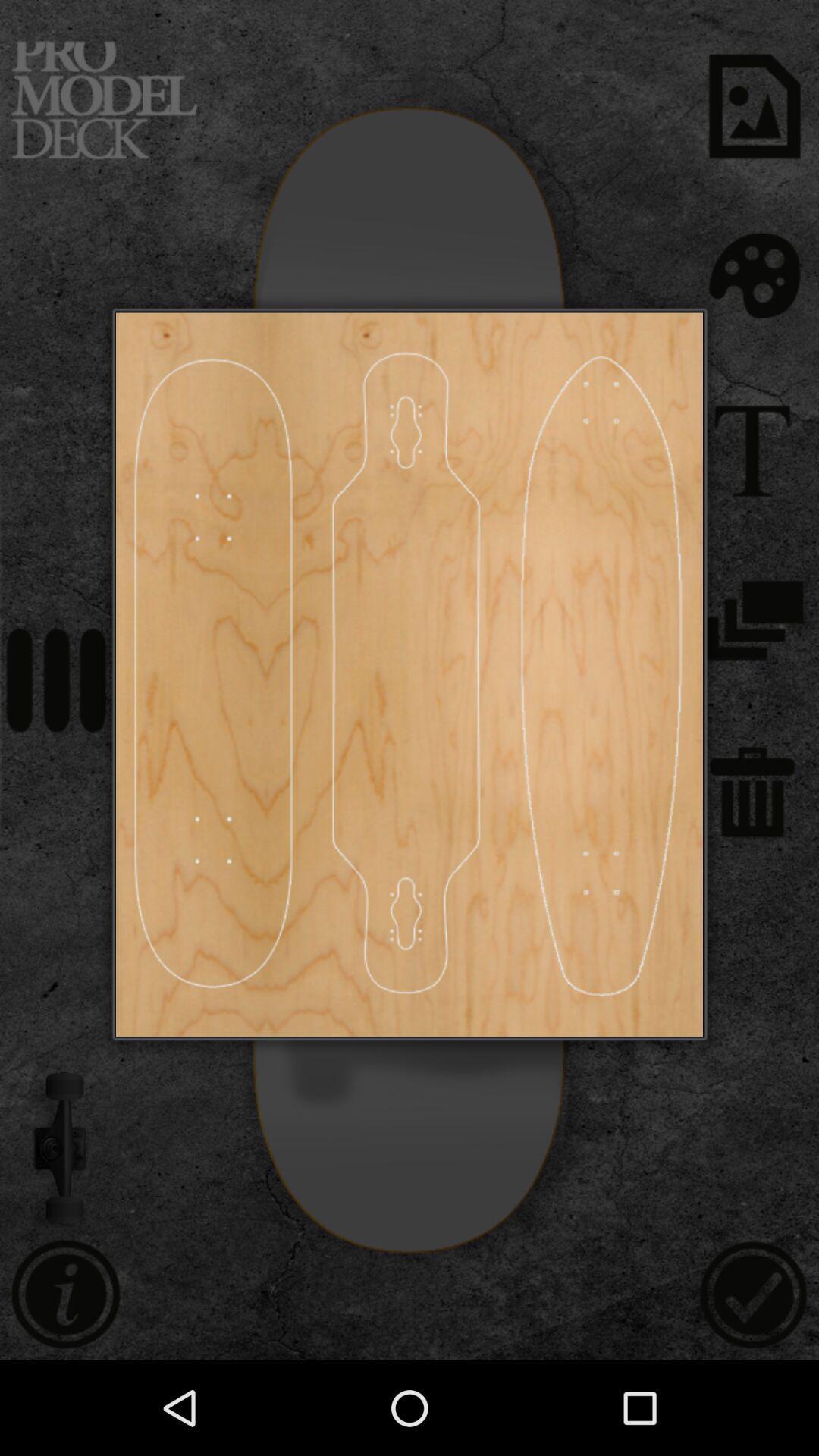  What do you see at coordinates (406, 673) in the screenshot?
I see `choose a model` at bounding box center [406, 673].